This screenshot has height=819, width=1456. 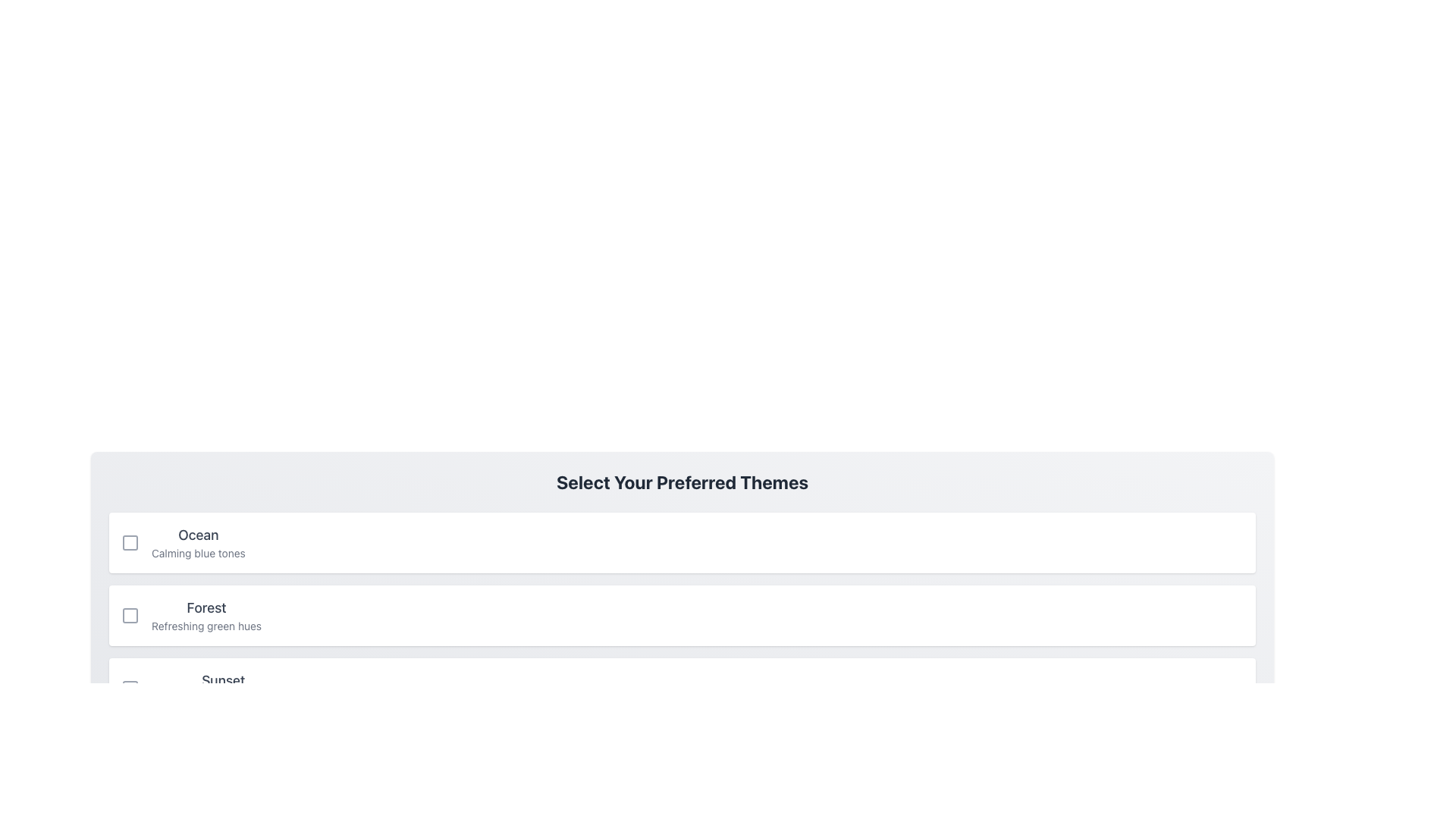 What do you see at coordinates (130, 616) in the screenshot?
I see `the square indicator for the 'Forest' option, which is part of a toggle mechanism visually signifying its state` at bounding box center [130, 616].